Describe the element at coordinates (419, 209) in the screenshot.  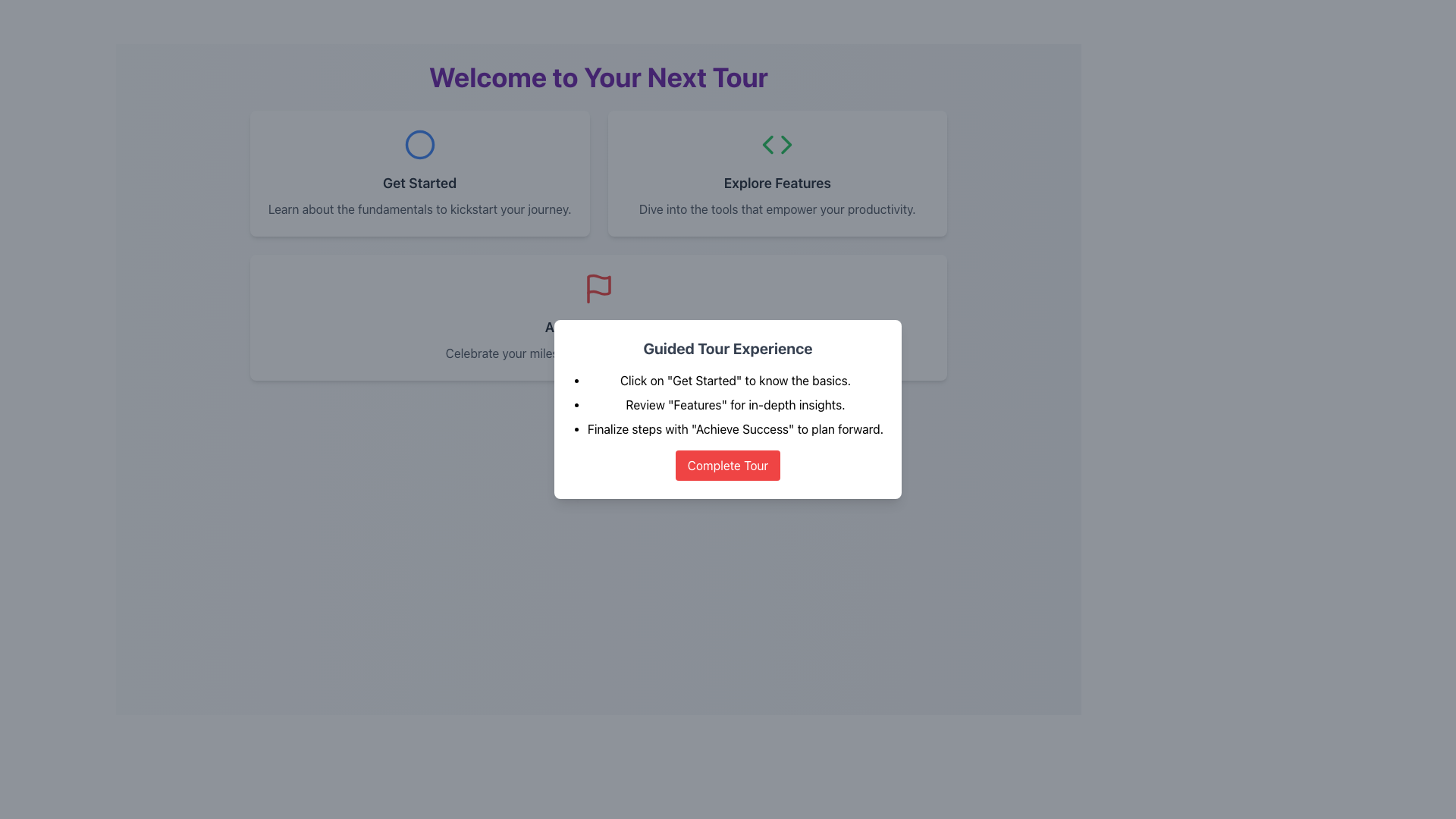
I see `the static text subtitle located beneath the 'Get Started' title within a styled card with rounded corners and a shadow effect` at that location.